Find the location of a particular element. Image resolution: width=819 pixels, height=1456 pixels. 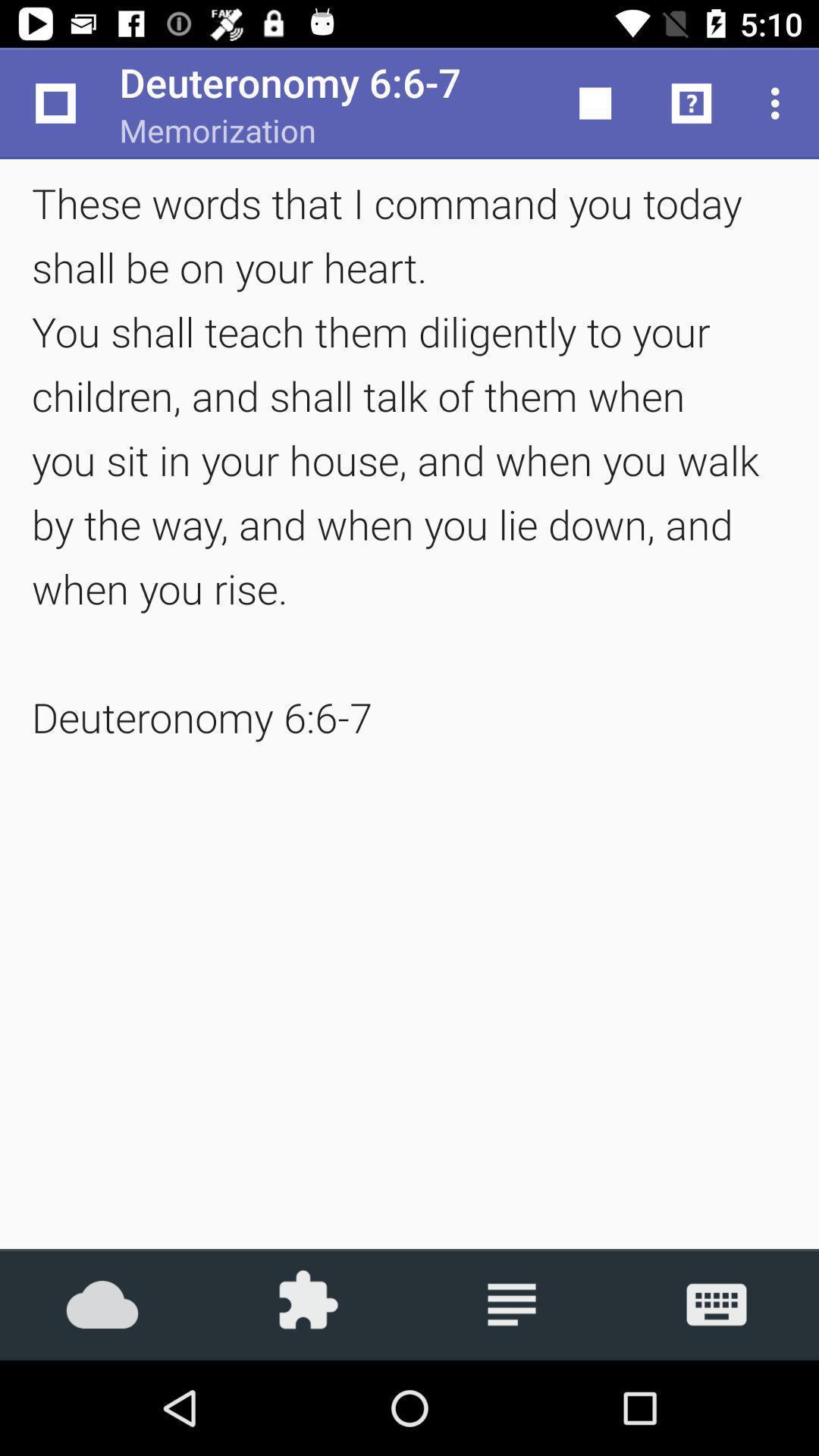

square box is located at coordinates (595, 103).